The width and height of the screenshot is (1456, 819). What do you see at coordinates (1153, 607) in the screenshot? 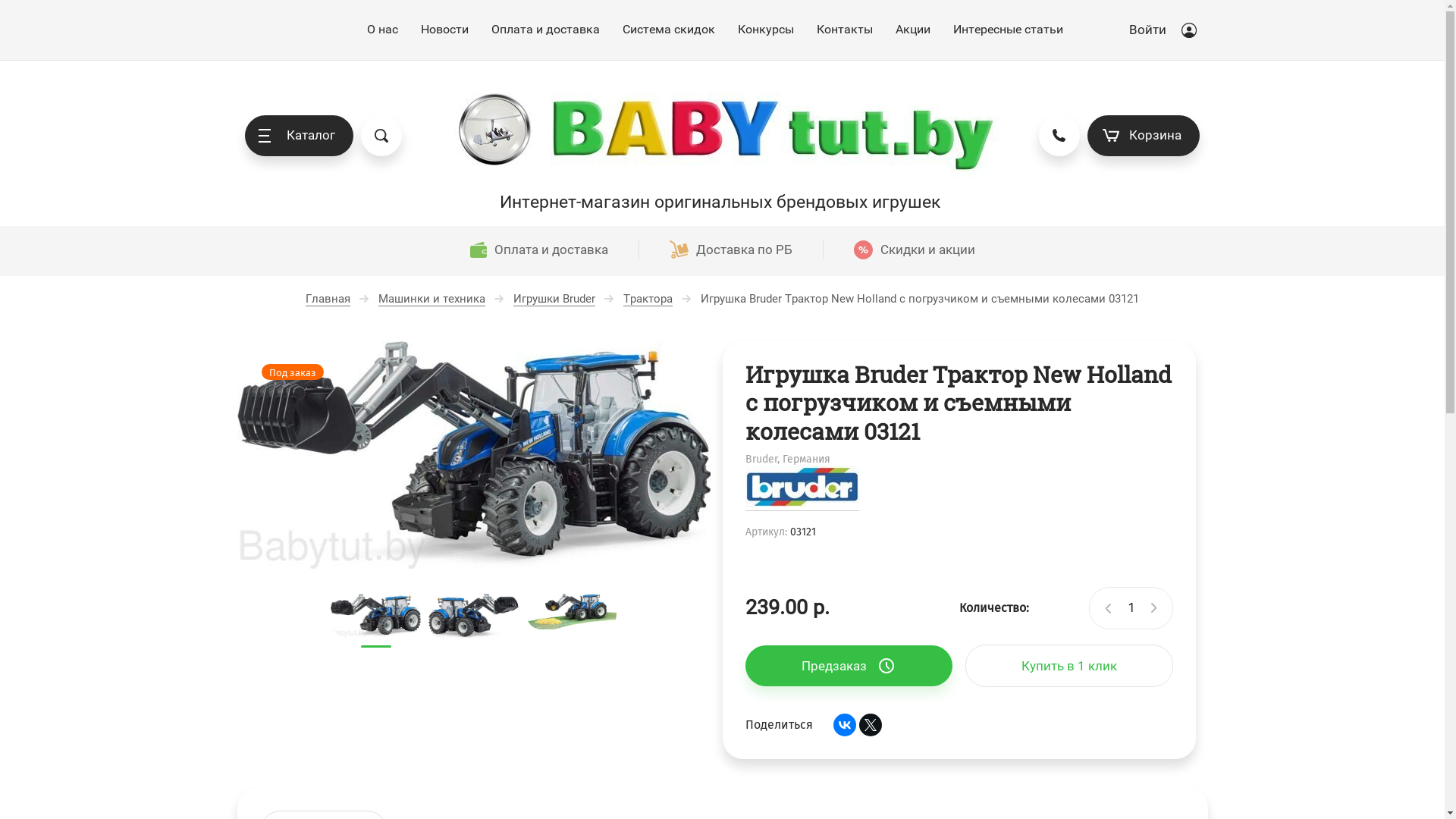
I see `'+'` at bounding box center [1153, 607].